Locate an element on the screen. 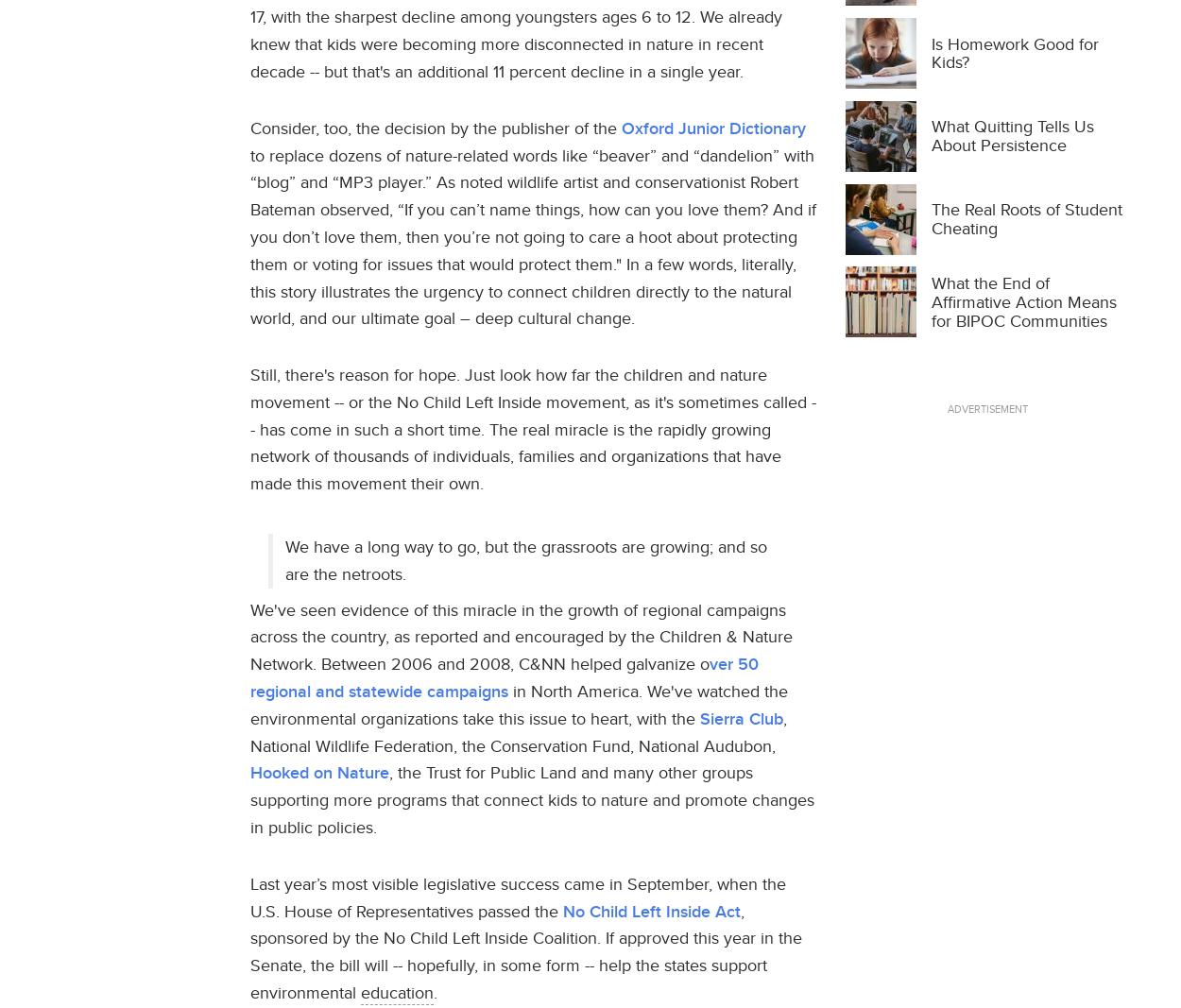 This screenshot has width=1181, height=1008. 'education' is located at coordinates (397, 992).